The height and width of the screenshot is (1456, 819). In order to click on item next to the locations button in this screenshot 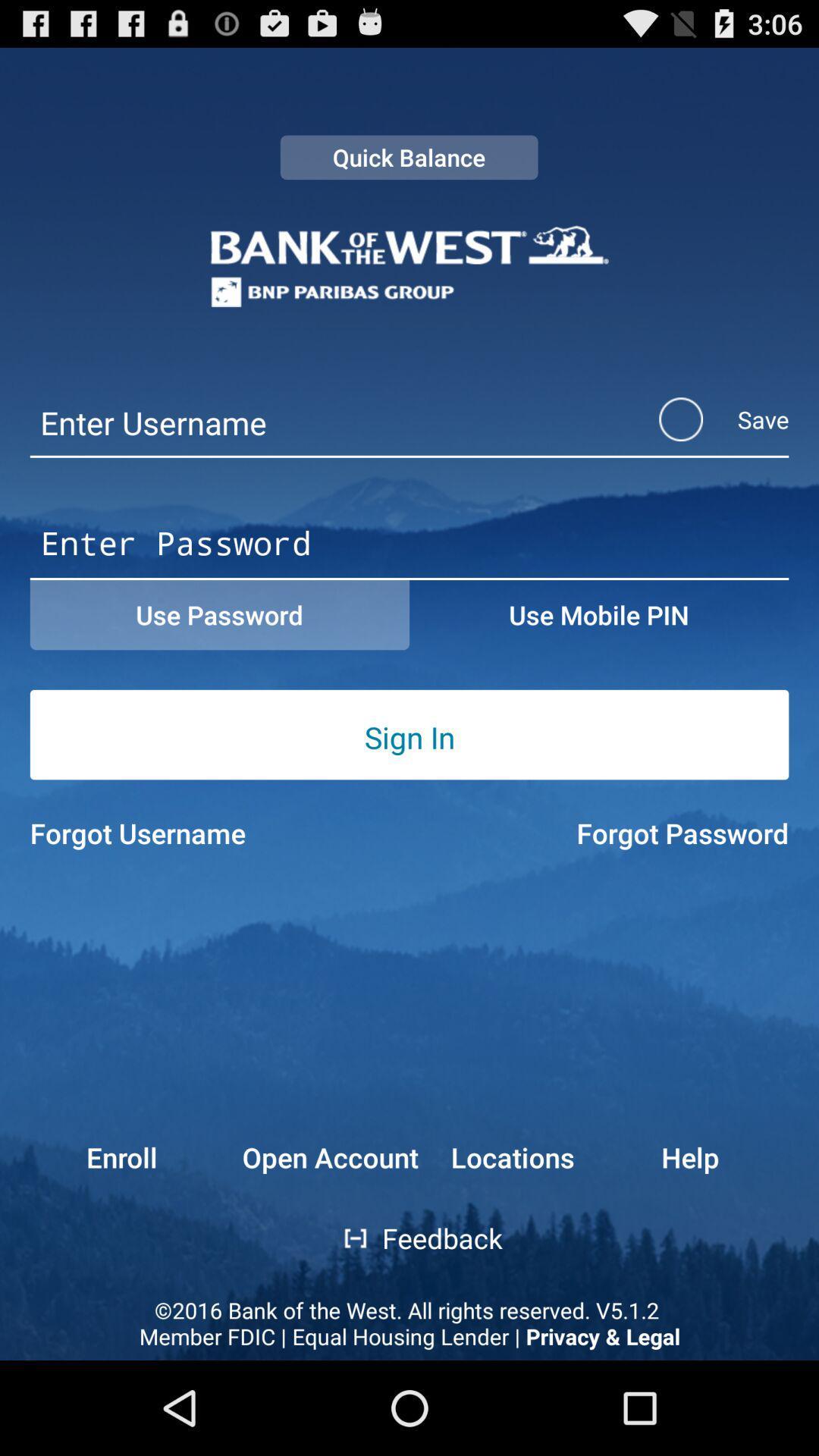, I will do `click(329, 1156)`.